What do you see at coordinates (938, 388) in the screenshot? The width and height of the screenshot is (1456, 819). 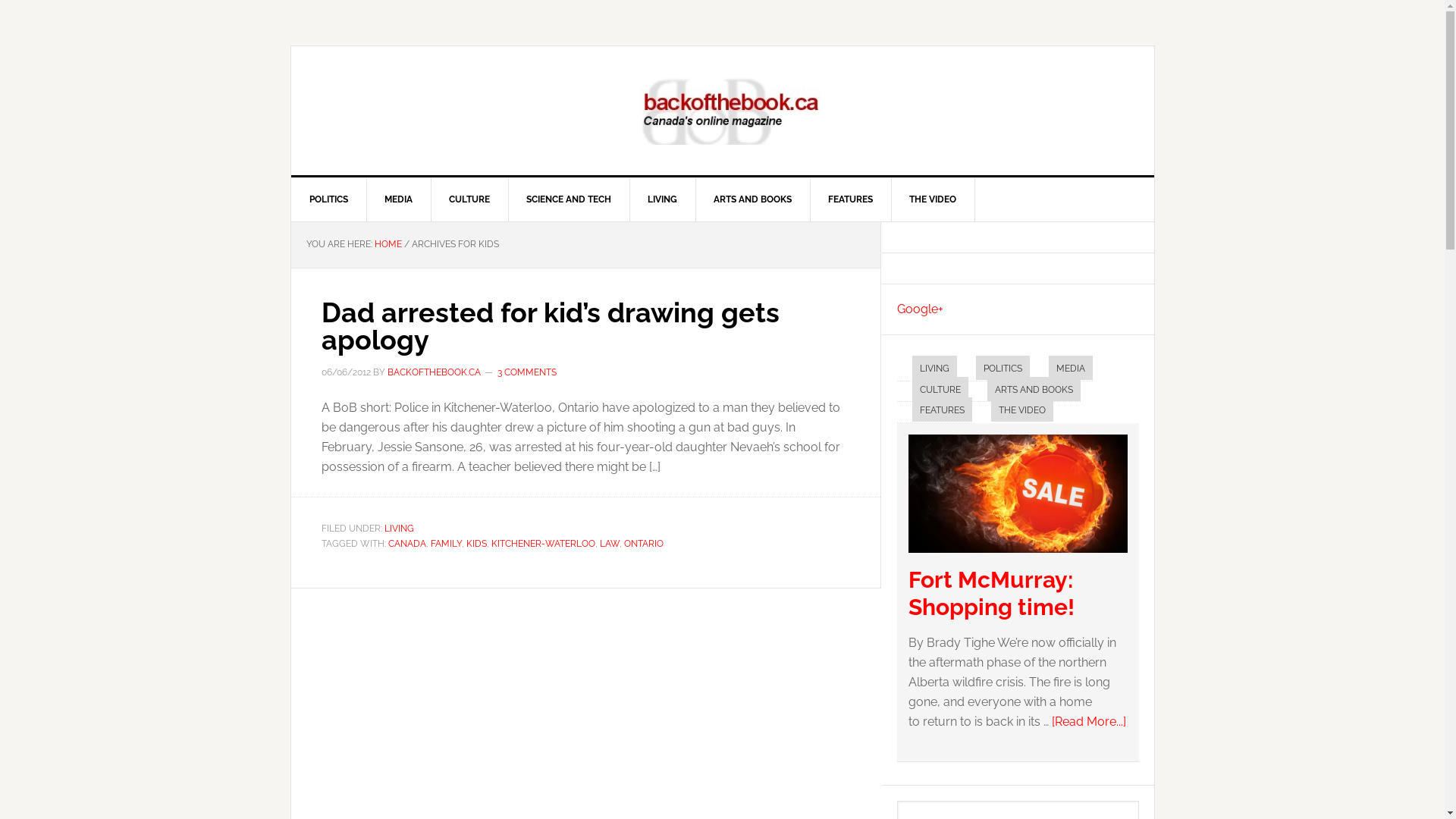 I see `'CULTURE'` at bounding box center [938, 388].